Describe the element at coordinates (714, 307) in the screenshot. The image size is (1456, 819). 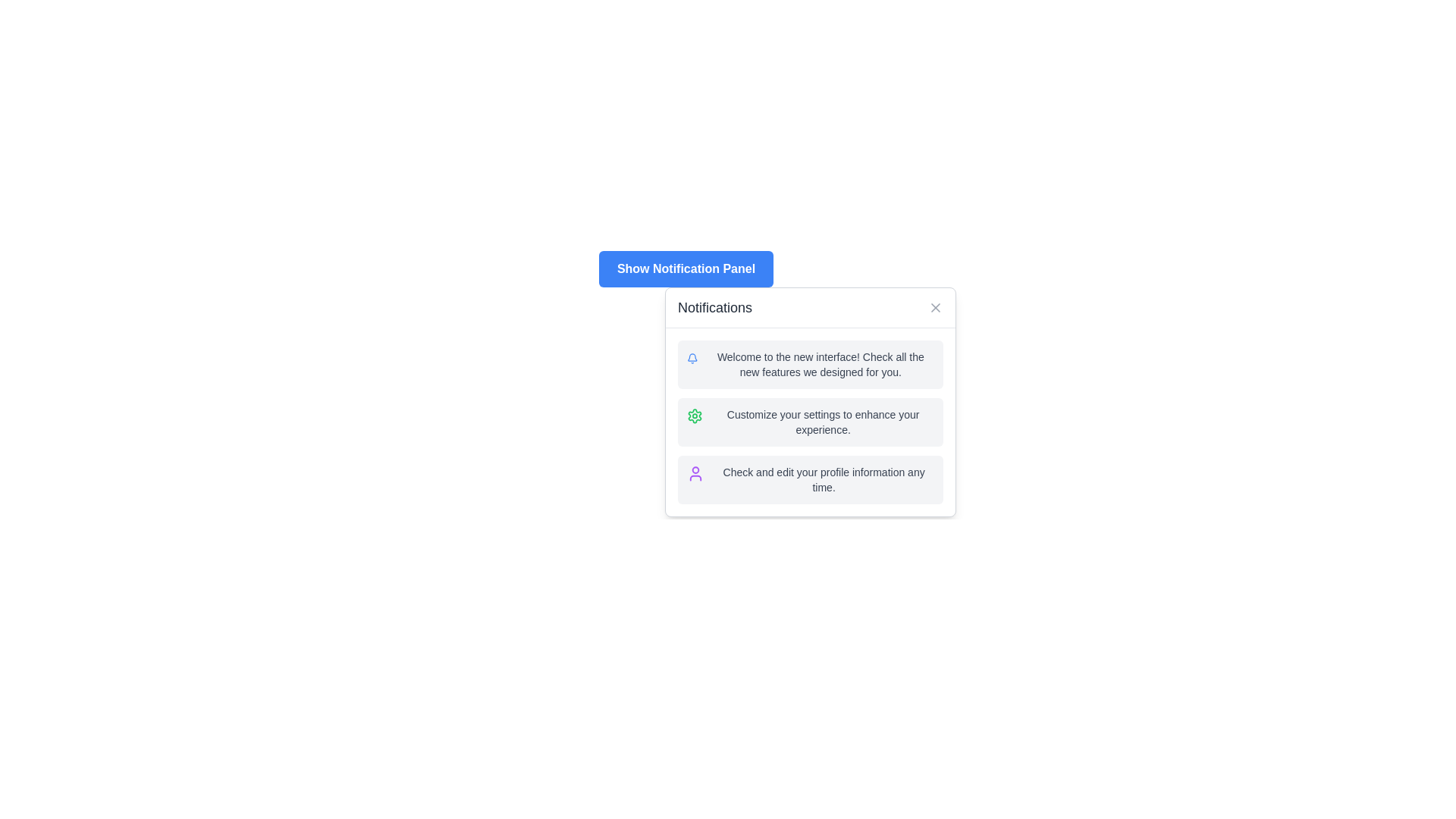
I see `the 'Notifications' text label located at the top-left corner of the notification panel` at that location.